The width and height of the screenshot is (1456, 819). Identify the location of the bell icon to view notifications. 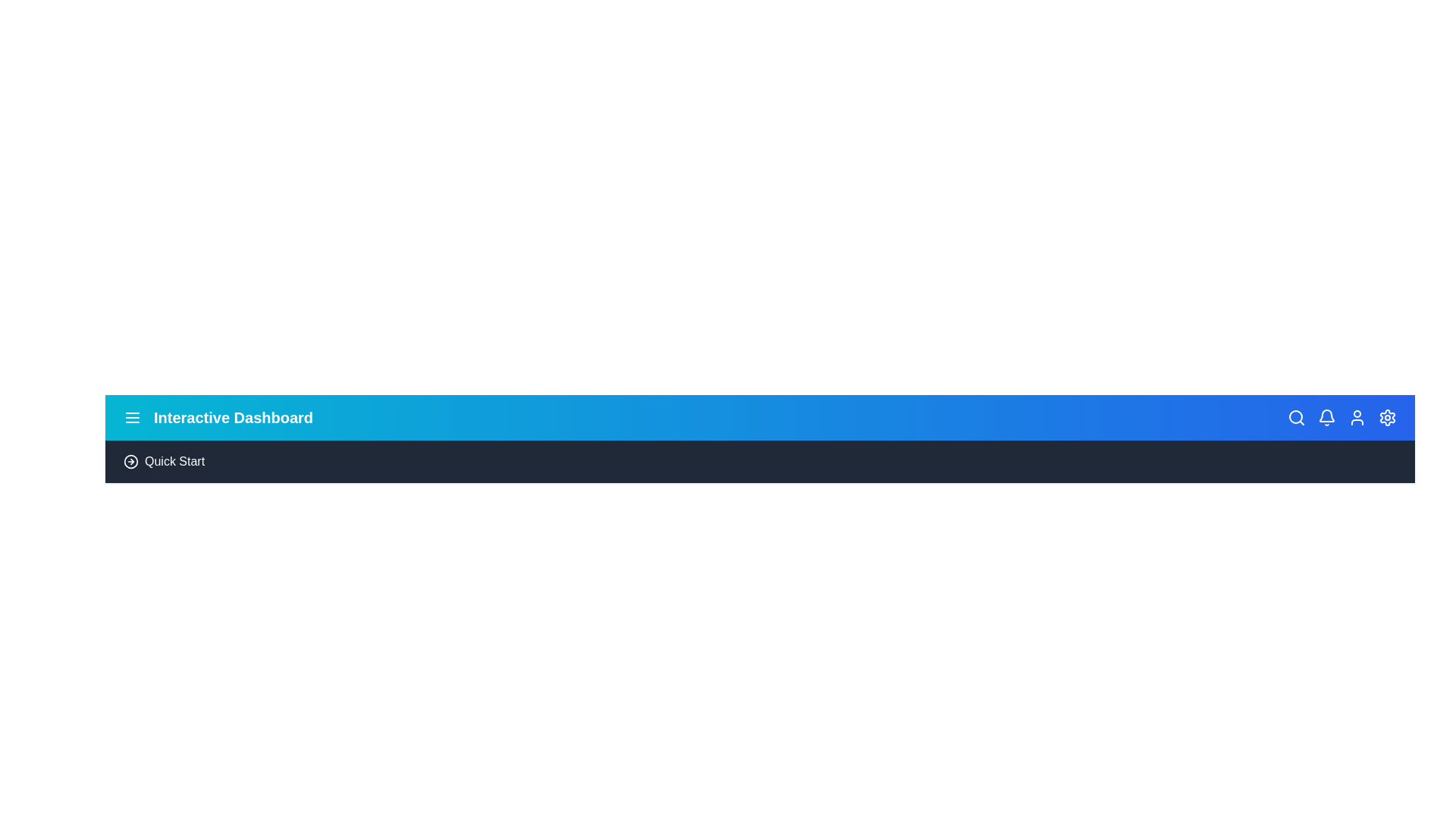
(1326, 418).